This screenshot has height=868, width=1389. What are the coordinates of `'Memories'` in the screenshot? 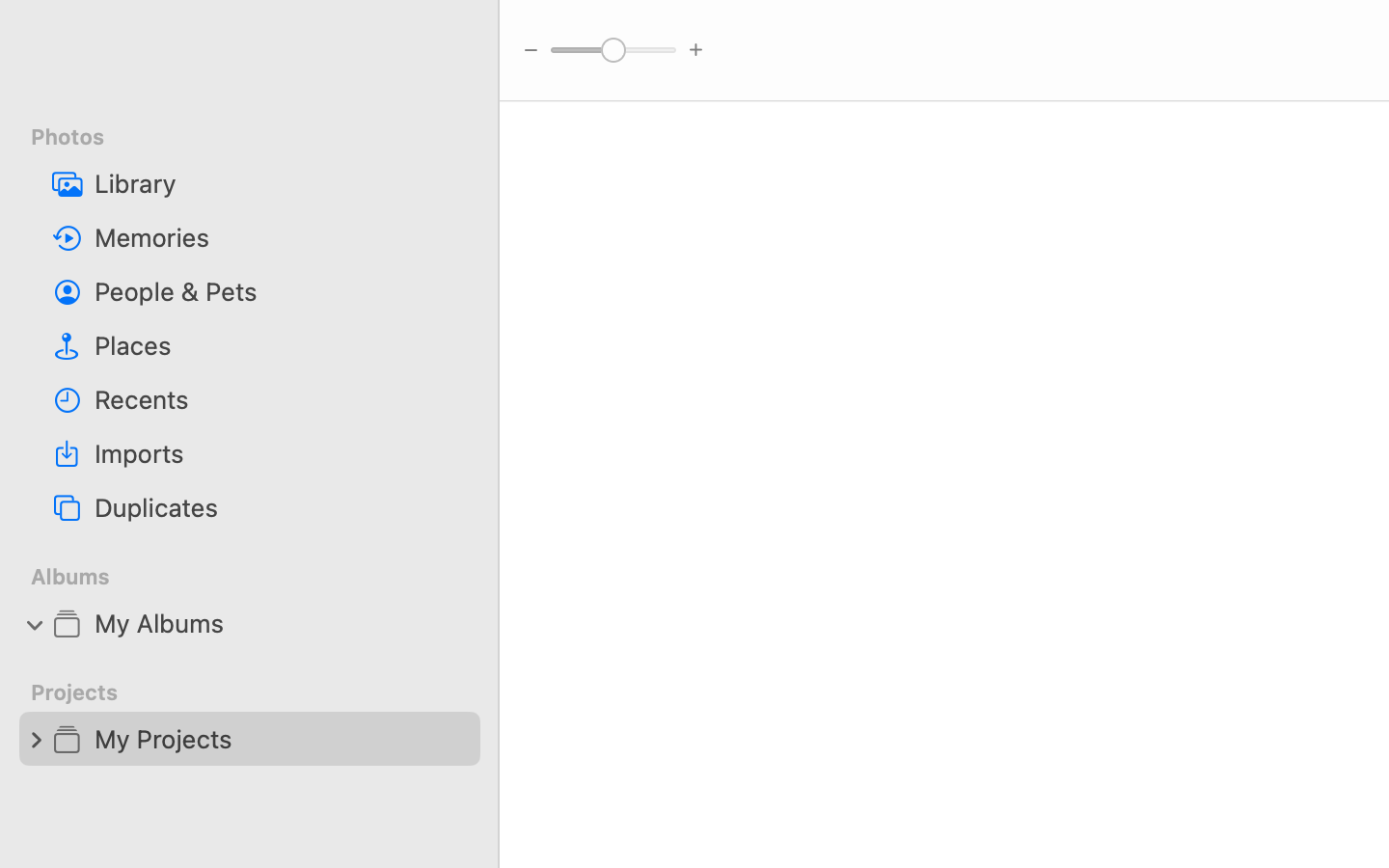 It's located at (279, 235).